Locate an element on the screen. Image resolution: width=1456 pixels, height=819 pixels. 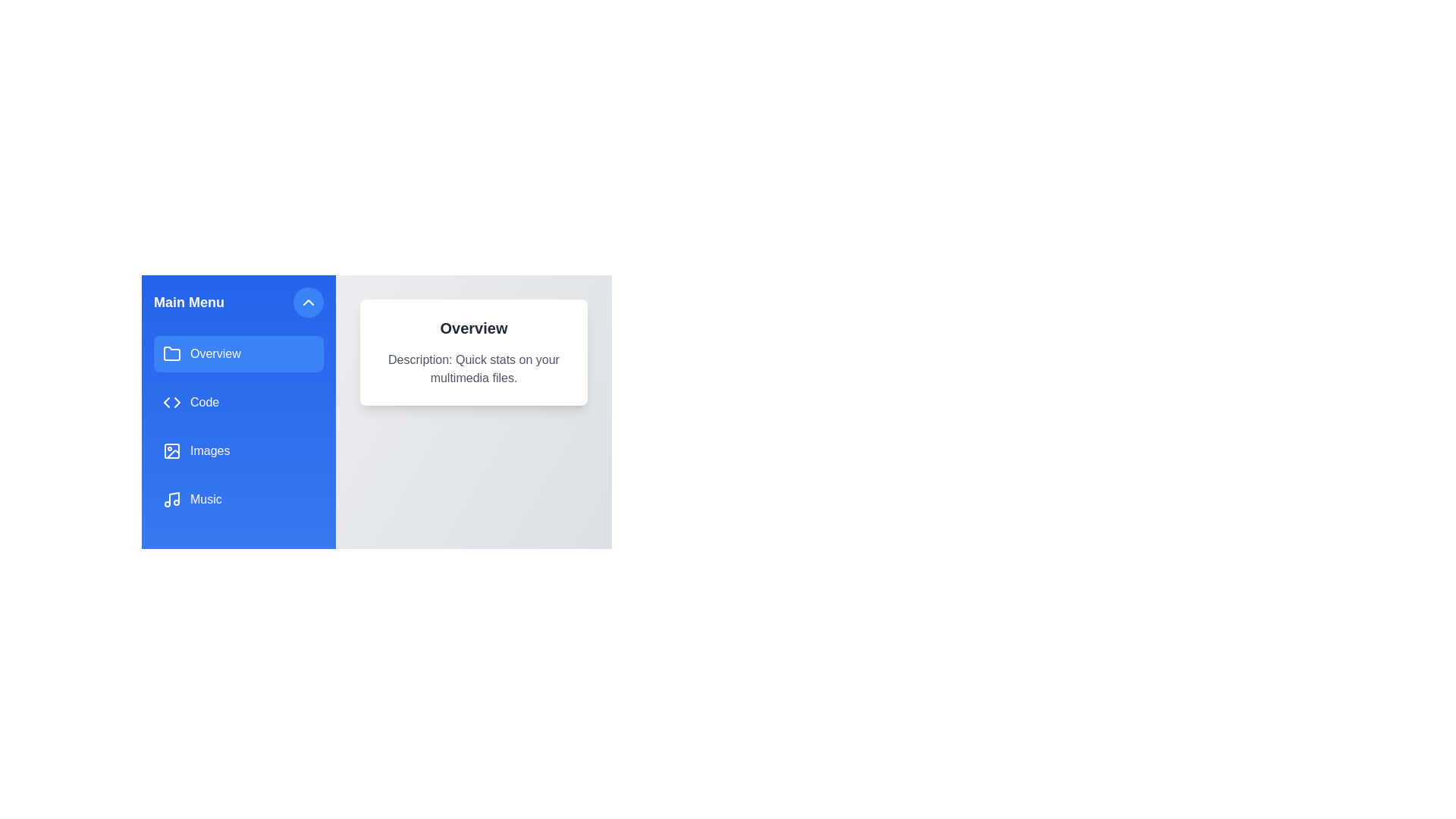
the chevron icon located at the top-right corner of the vertical navigation menu, which is part of a circular button highlighted in blue is located at coordinates (308, 302).